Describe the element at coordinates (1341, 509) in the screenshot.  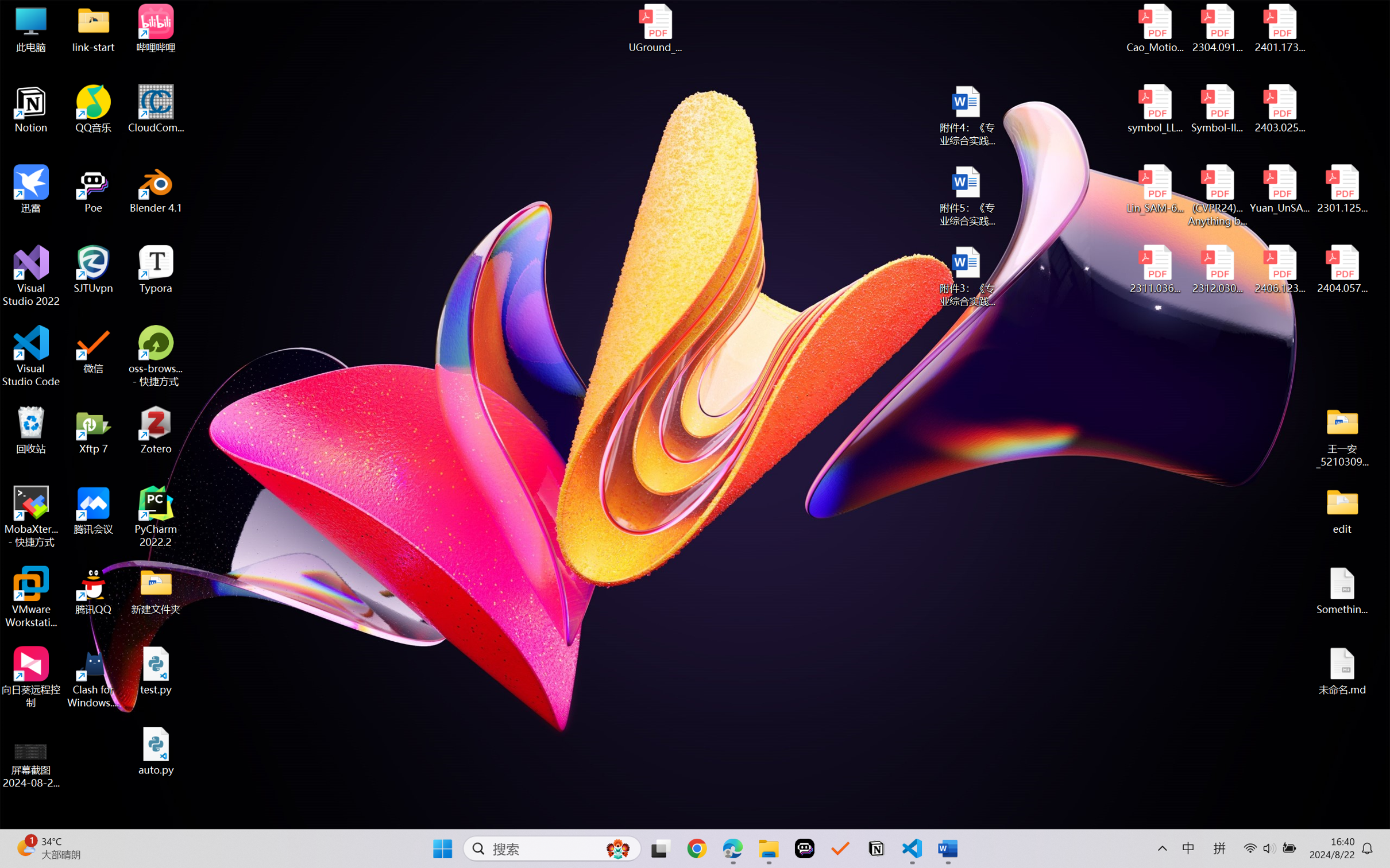
I see `'edit'` at that location.